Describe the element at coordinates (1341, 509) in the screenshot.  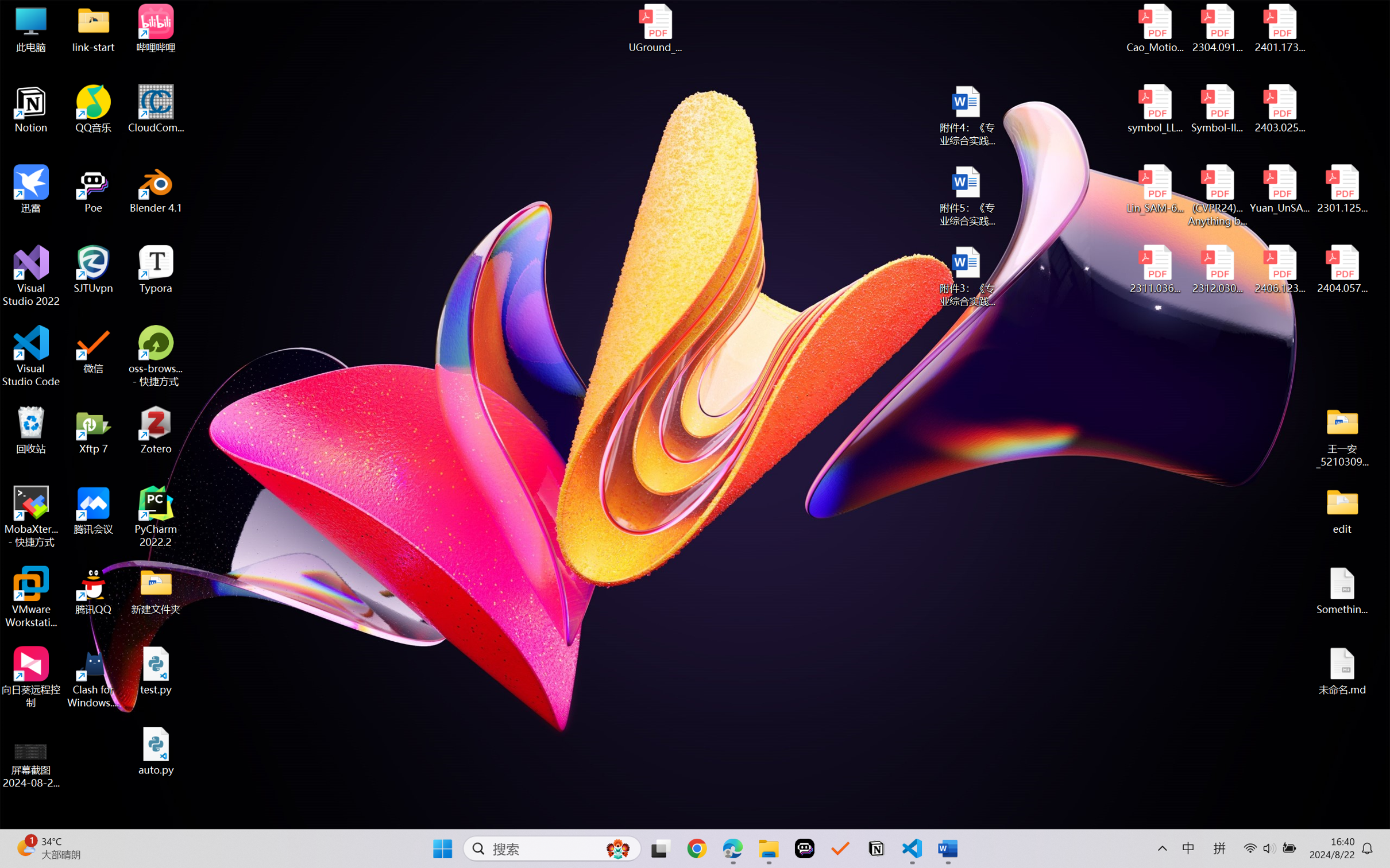
I see `'edit'` at that location.